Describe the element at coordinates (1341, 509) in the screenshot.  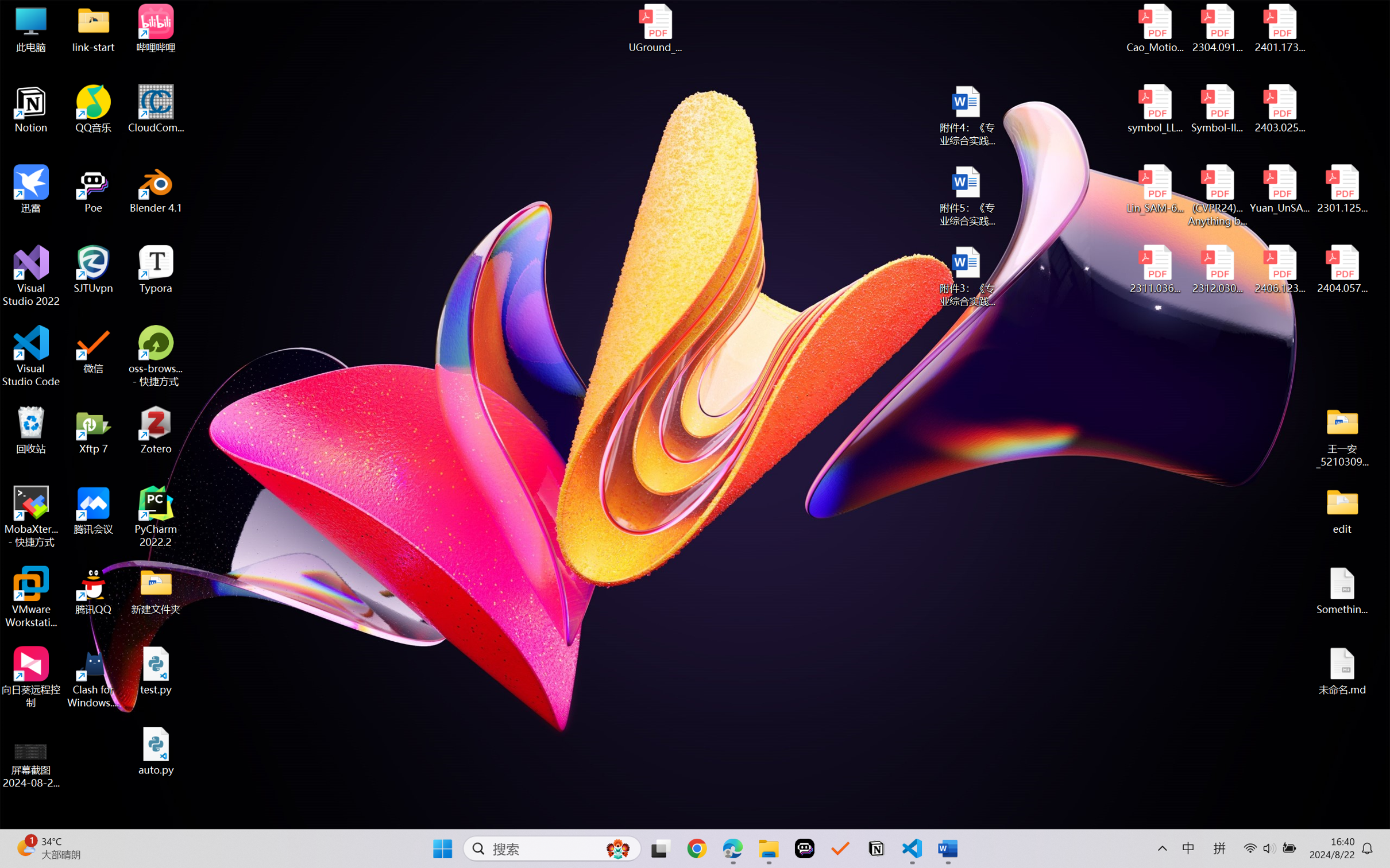
I see `'edit'` at that location.